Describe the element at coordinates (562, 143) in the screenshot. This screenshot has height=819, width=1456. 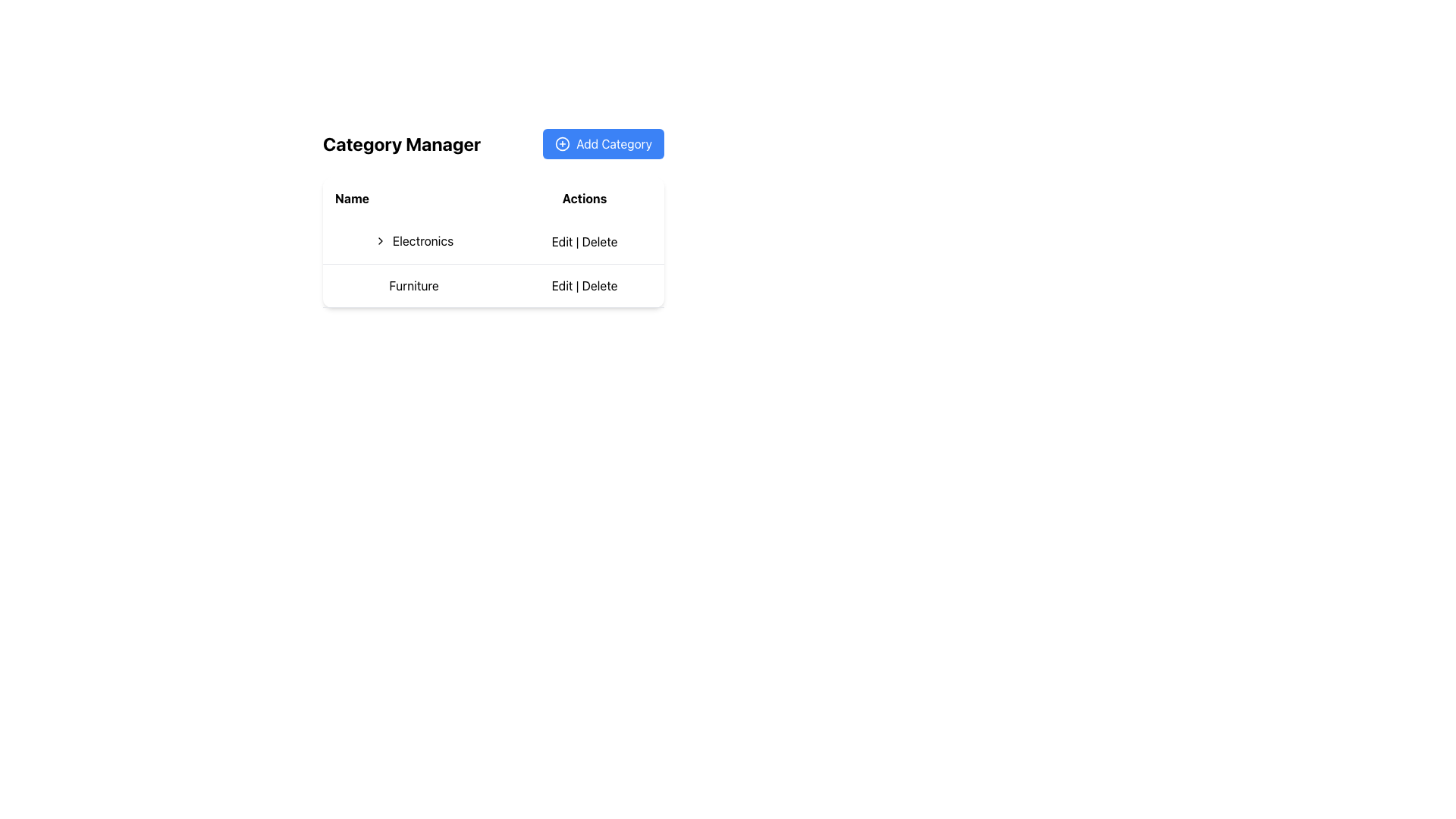
I see `the circular outline of the '+' icon within the 'Add Category' button located in the top-right corner of the 'Category Manager' interface` at that location.